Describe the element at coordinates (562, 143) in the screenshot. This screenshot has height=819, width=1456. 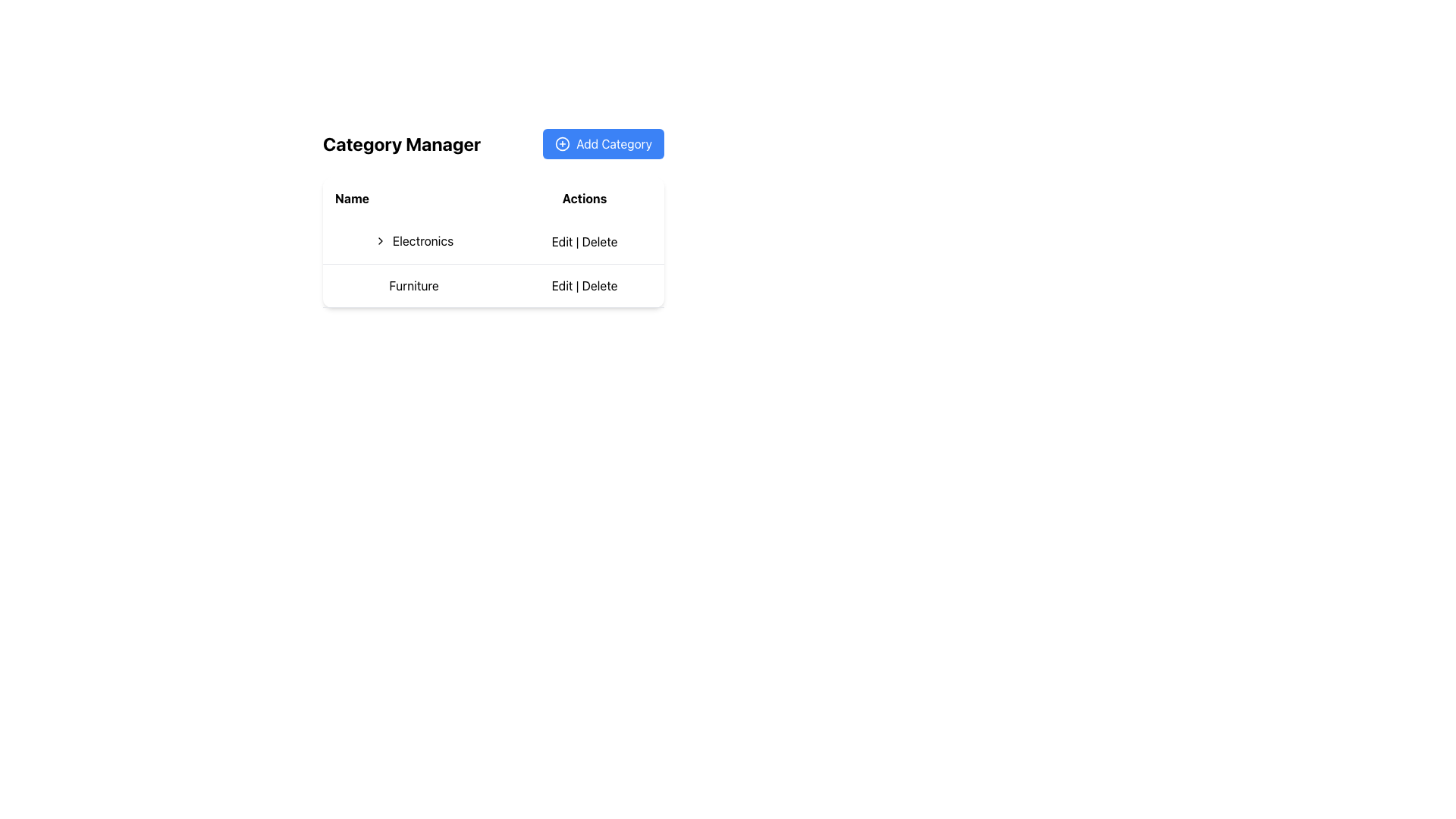
I see `the circular outline of the '+' icon within the 'Add Category' button located in the top-right corner of the 'Category Manager' interface` at that location.